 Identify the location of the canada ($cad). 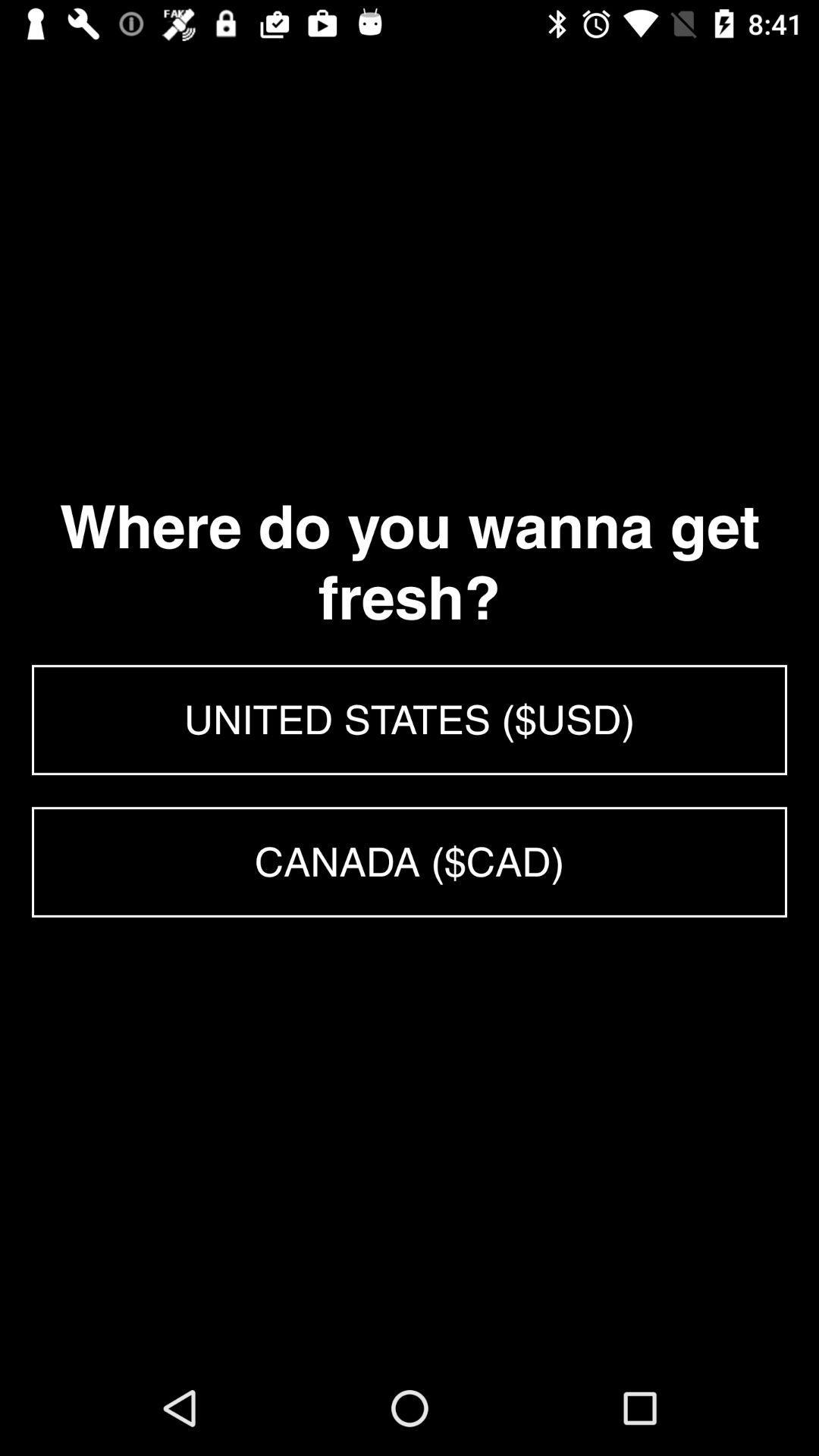
(409, 862).